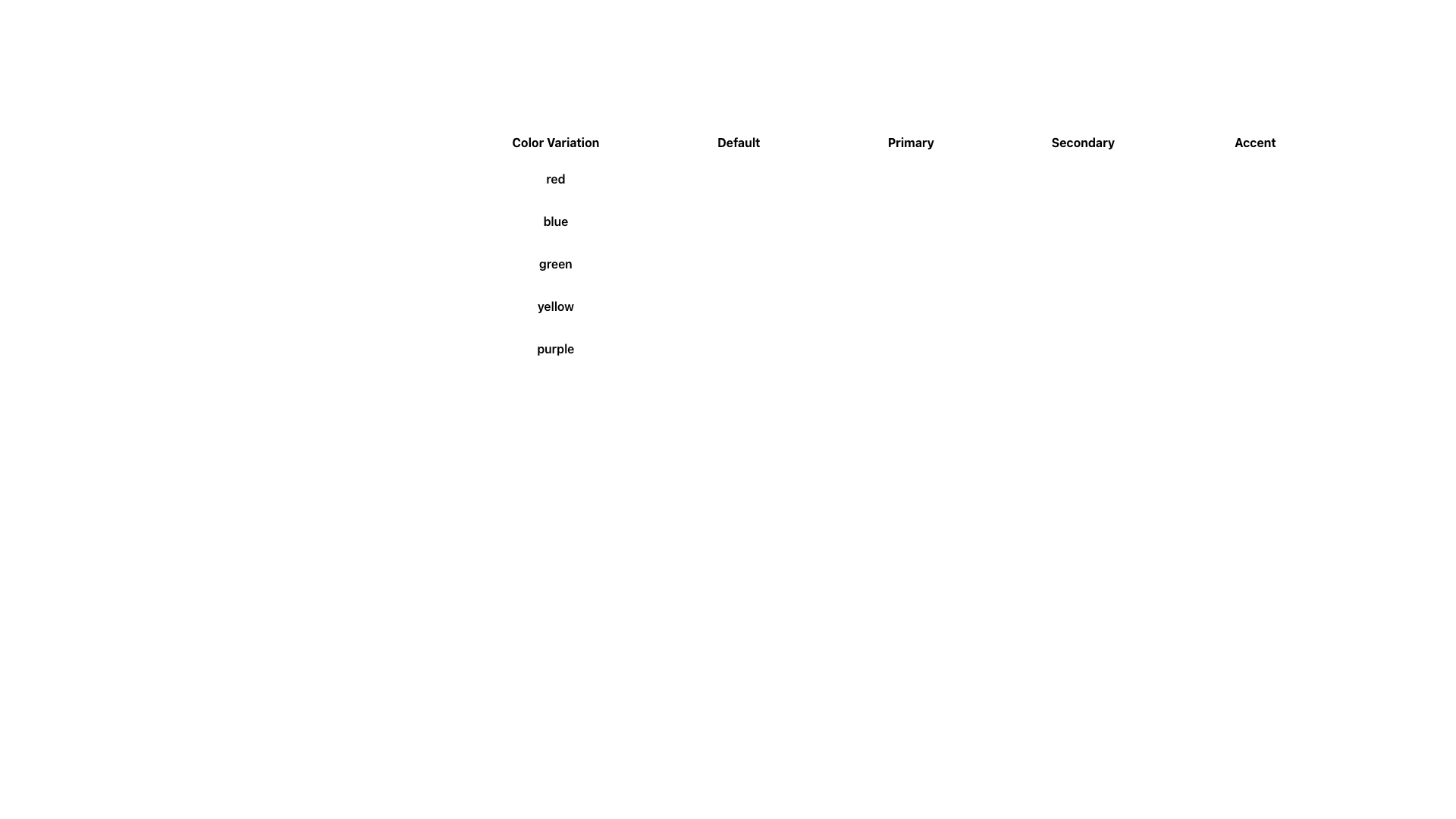  What do you see at coordinates (739, 143) in the screenshot?
I see `the informational header label indicating the category or state named 'Default'` at bounding box center [739, 143].